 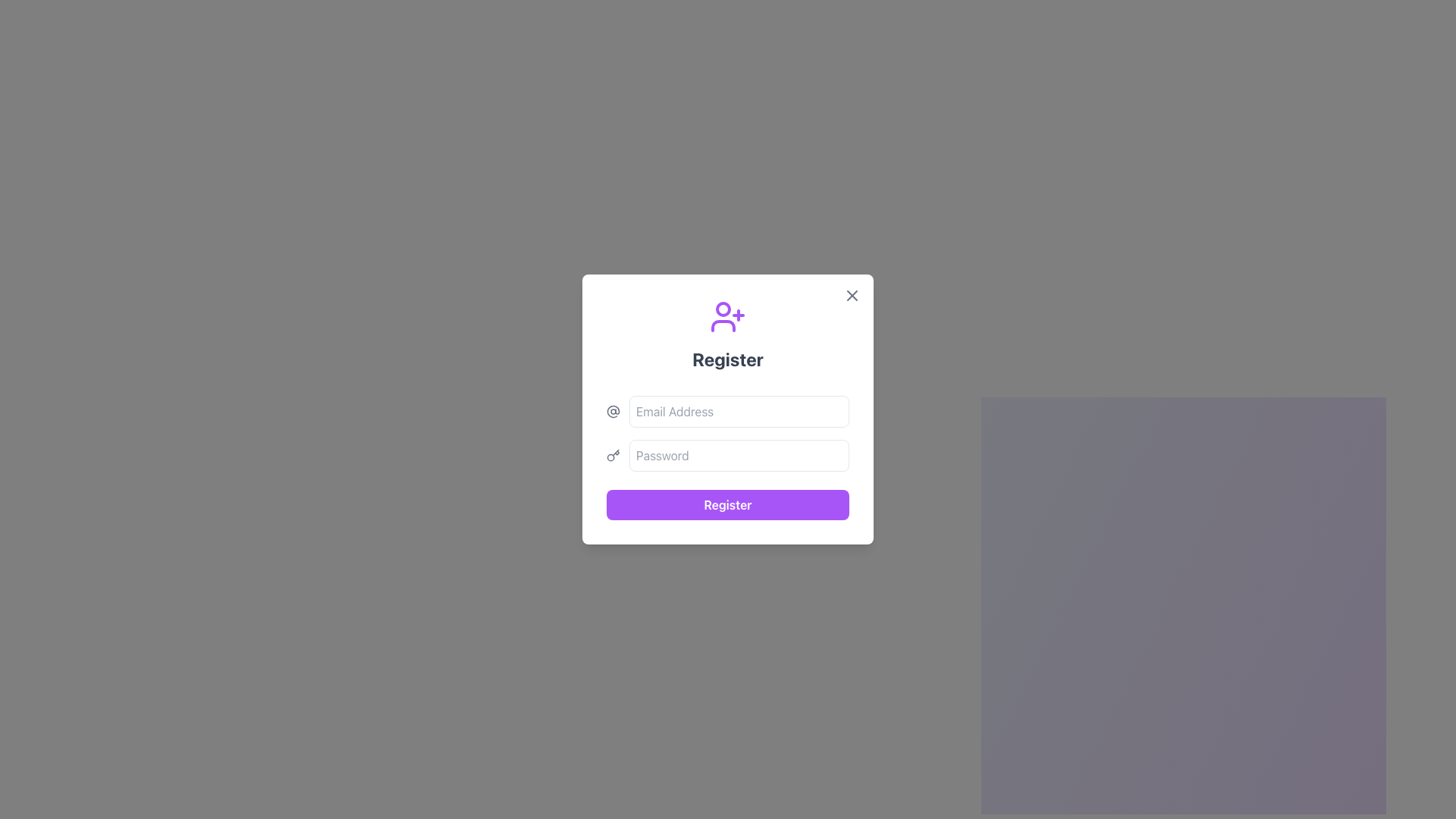 What do you see at coordinates (613, 412) in the screenshot?
I see `the decorative icon indicating the email address input field in the registration pop-up, located to the left of the 'Email Address' input field` at bounding box center [613, 412].